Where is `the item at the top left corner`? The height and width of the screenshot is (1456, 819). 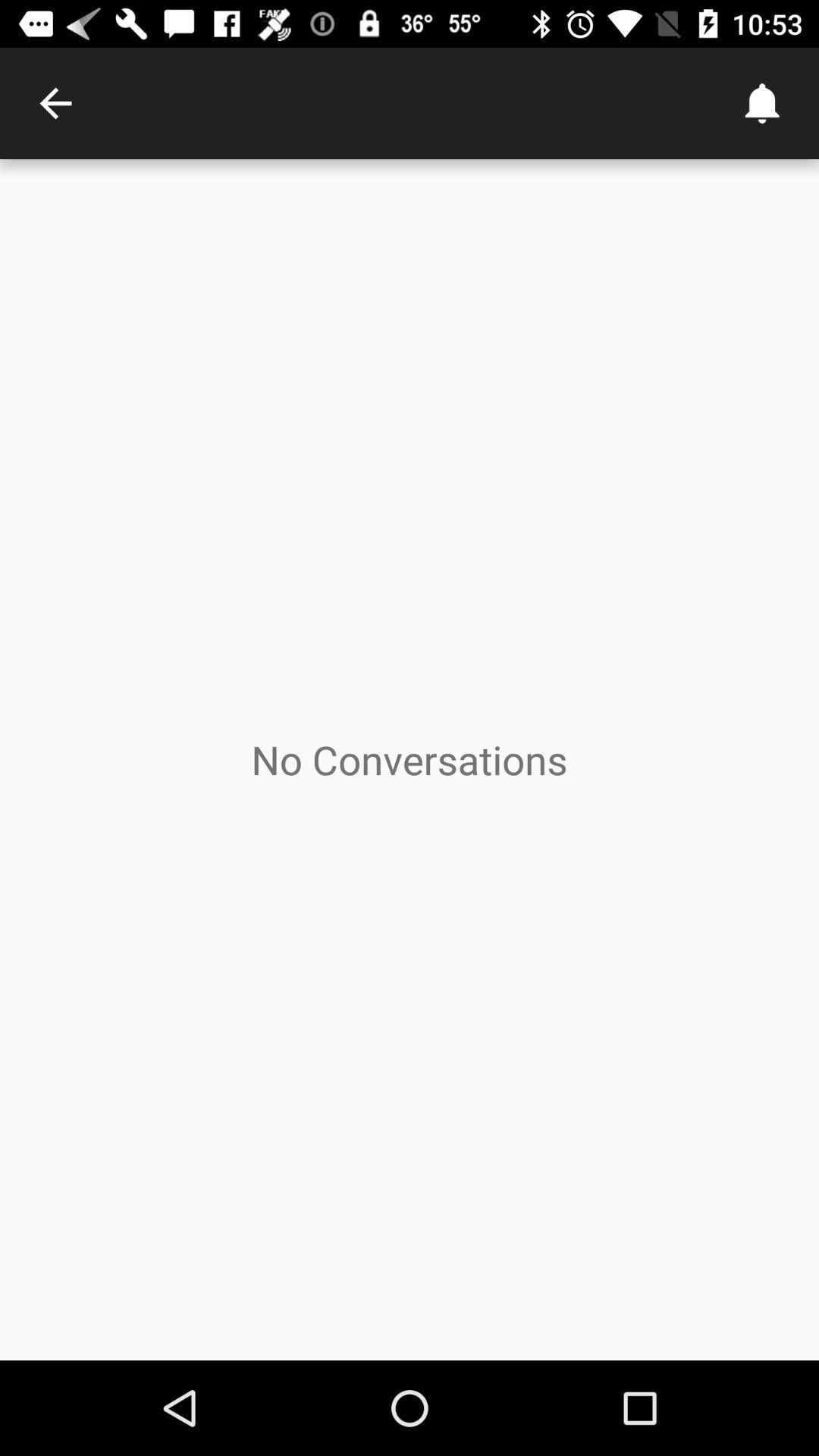
the item at the top left corner is located at coordinates (55, 102).